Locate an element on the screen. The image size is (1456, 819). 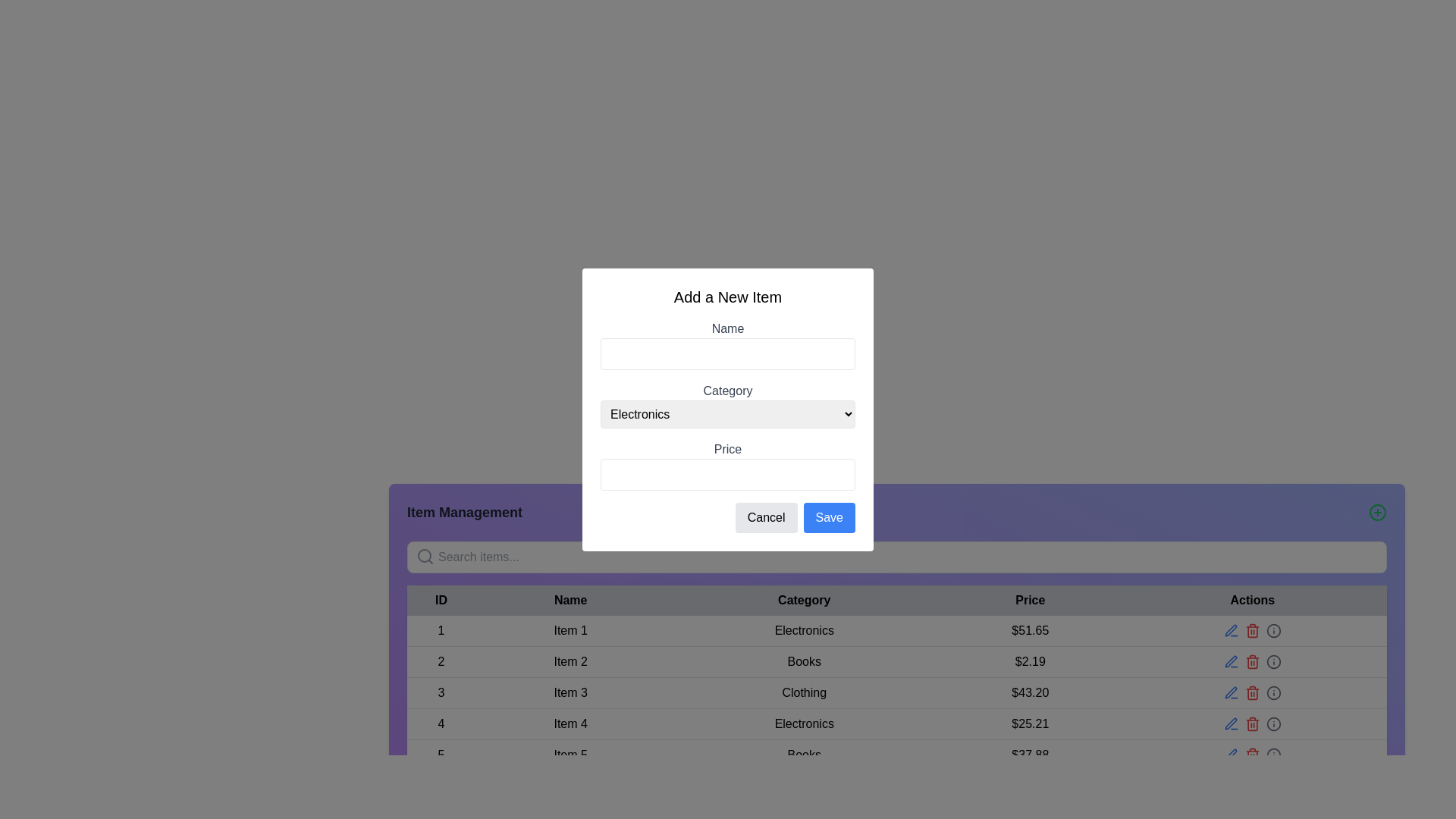
the text label at the top of the dialog box that serves as the form title for adding a new item is located at coordinates (728, 296).